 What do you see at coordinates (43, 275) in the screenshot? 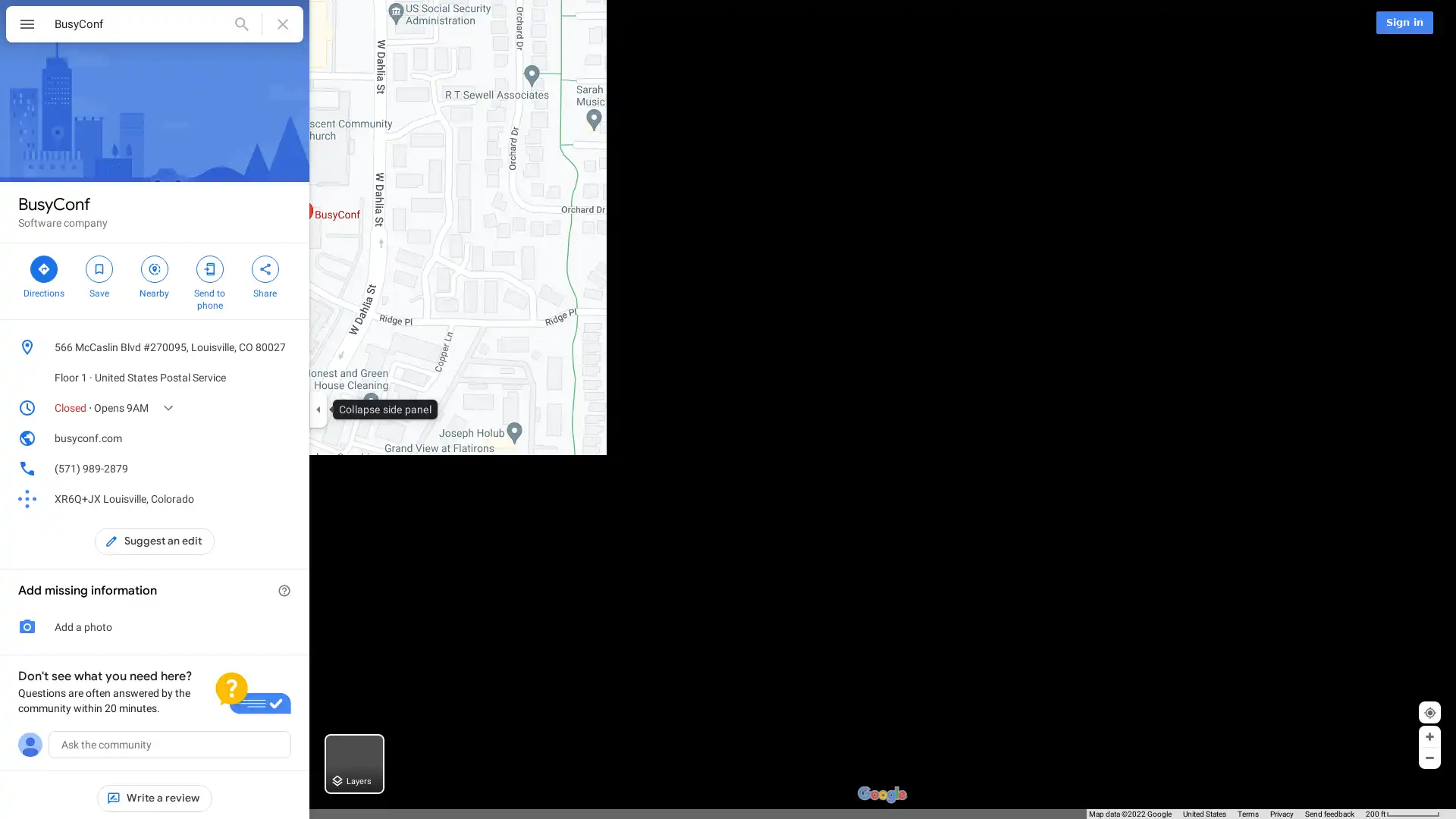
I see `Directions to BusyConf` at bounding box center [43, 275].